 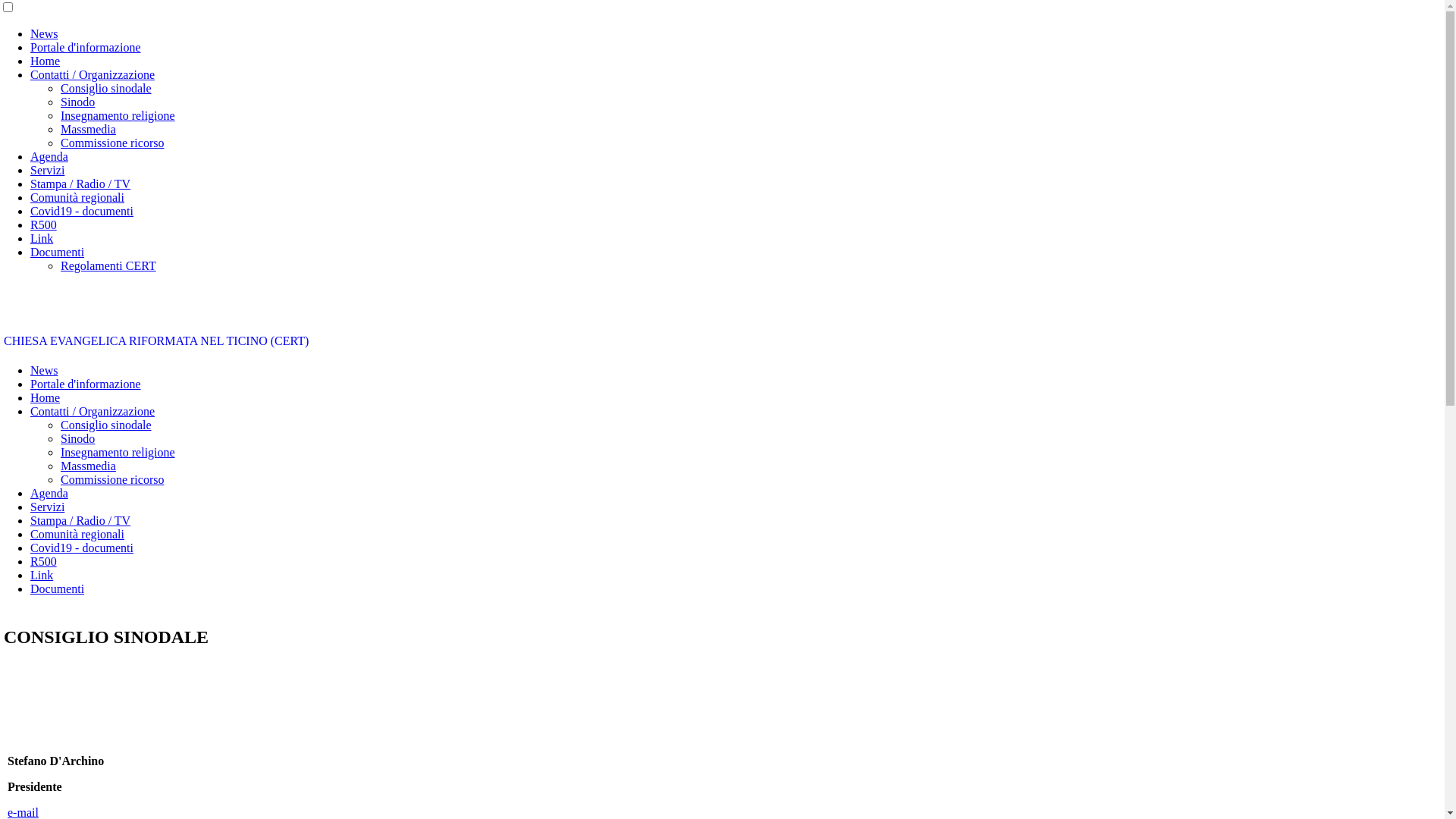 What do you see at coordinates (49, 156) in the screenshot?
I see `'Agenda'` at bounding box center [49, 156].